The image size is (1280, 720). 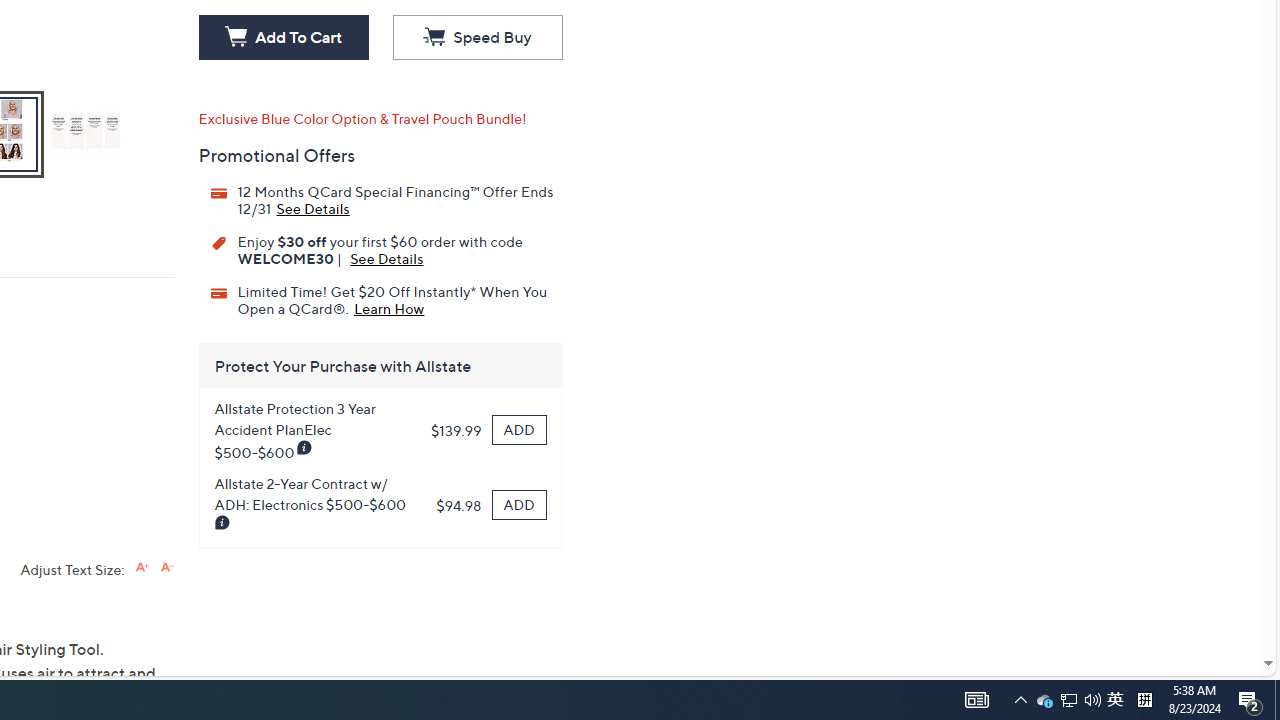 I want to click on 'Speed Buy', so click(x=476, y=38).